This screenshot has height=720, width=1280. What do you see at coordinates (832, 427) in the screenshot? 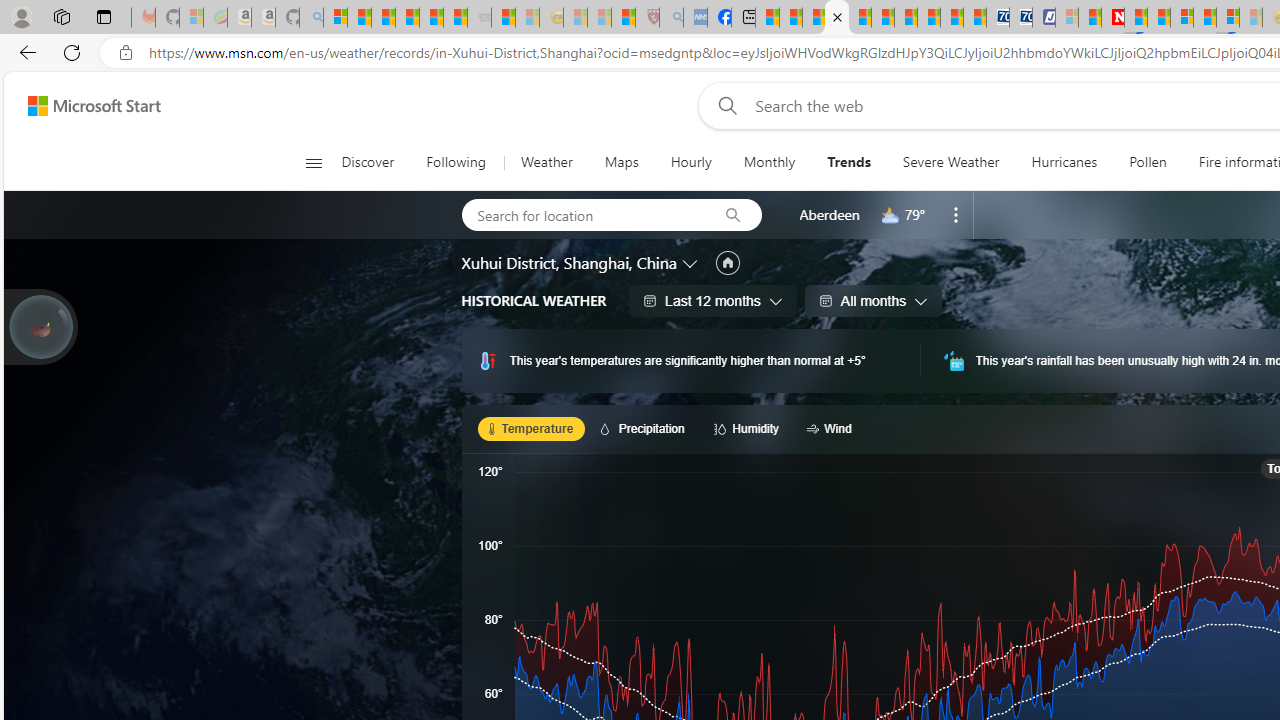
I see `'Wind'` at bounding box center [832, 427].